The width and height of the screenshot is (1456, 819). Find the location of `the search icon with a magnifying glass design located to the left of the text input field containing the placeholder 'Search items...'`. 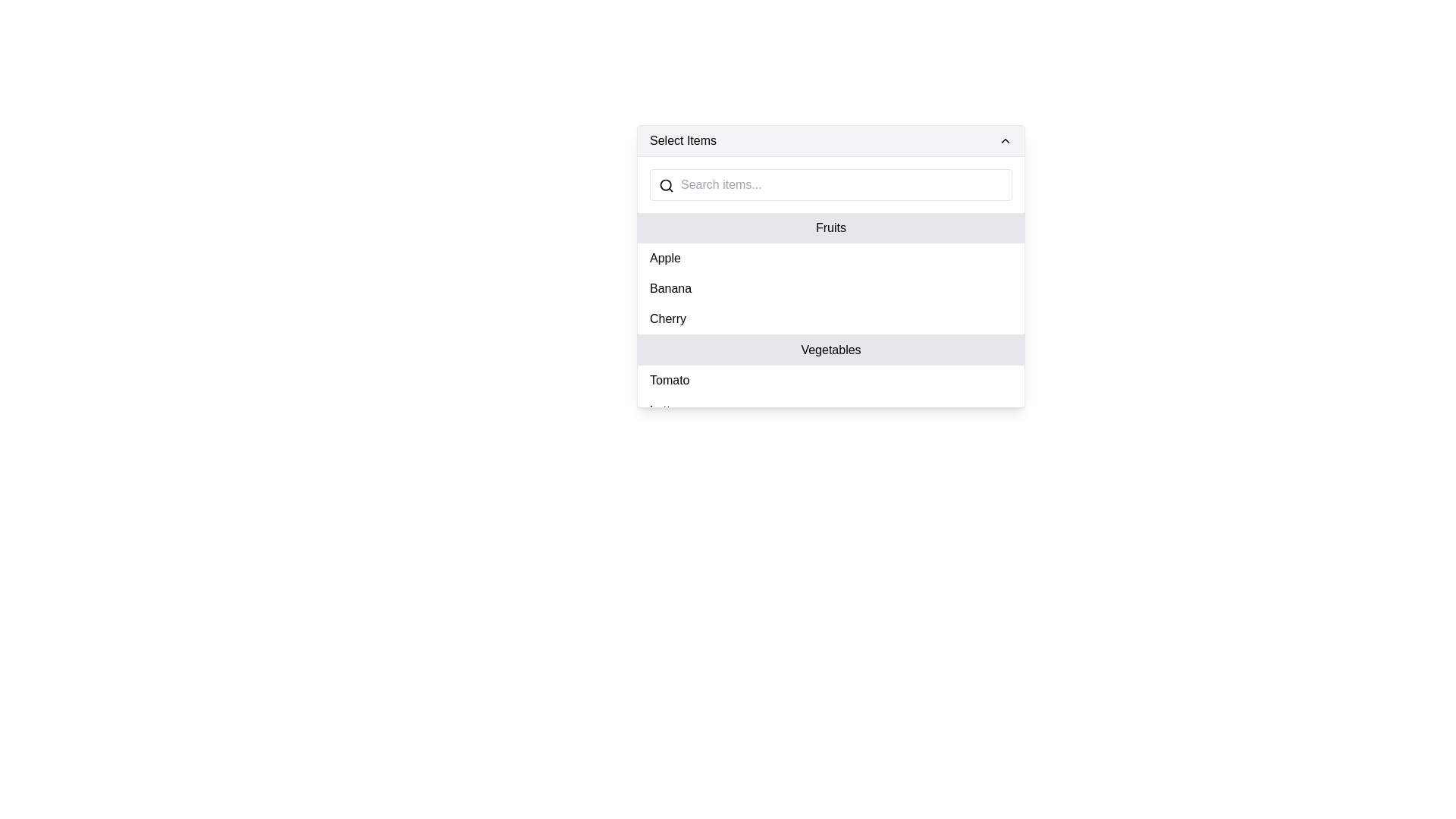

the search icon with a magnifying glass design located to the left of the text input field containing the placeholder 'Search items...' is located at coordinates (666, 185).